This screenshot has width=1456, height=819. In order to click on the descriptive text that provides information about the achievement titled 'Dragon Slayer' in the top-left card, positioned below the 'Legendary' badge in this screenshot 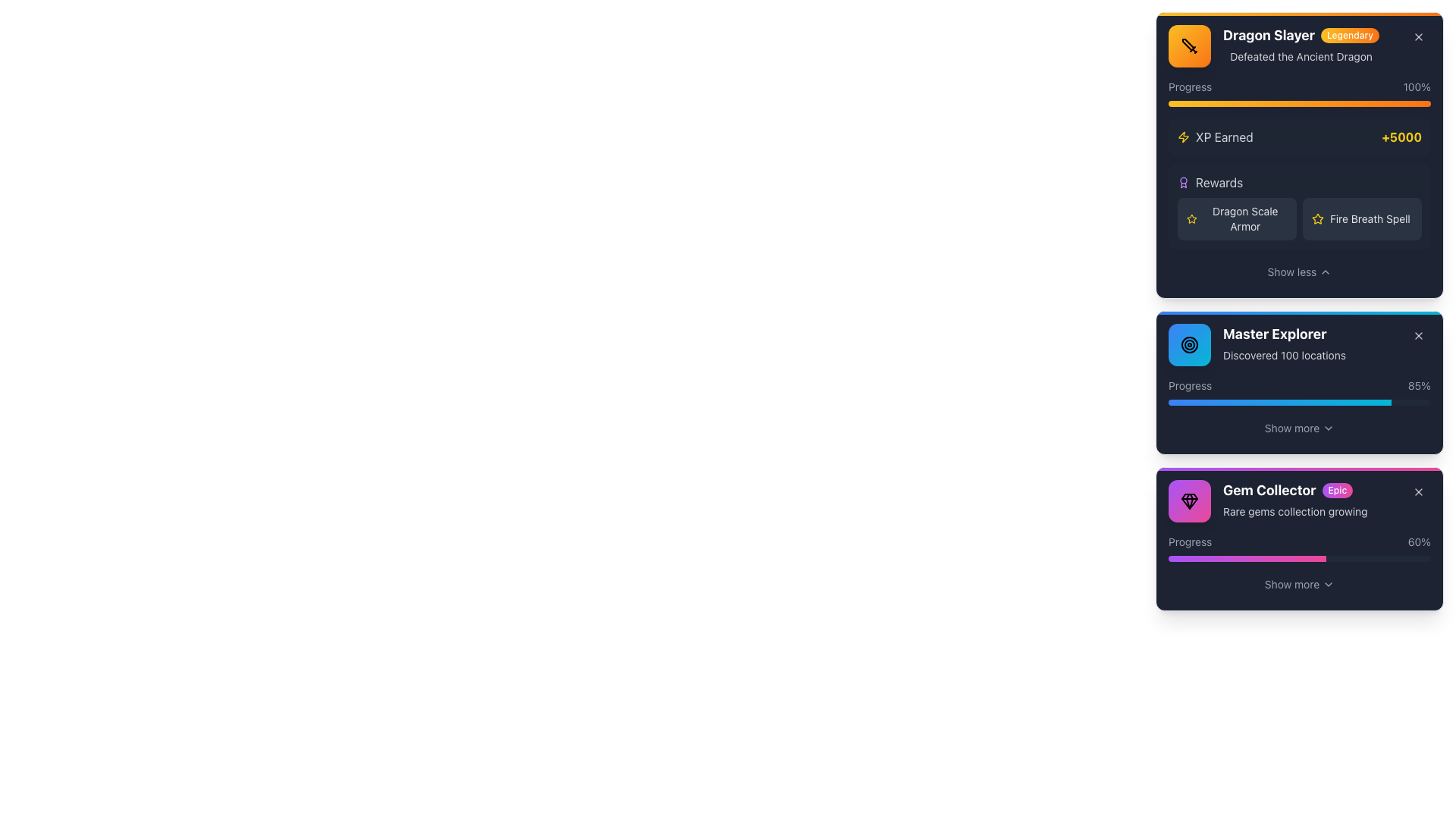, I will do `click(1301, 55)`.